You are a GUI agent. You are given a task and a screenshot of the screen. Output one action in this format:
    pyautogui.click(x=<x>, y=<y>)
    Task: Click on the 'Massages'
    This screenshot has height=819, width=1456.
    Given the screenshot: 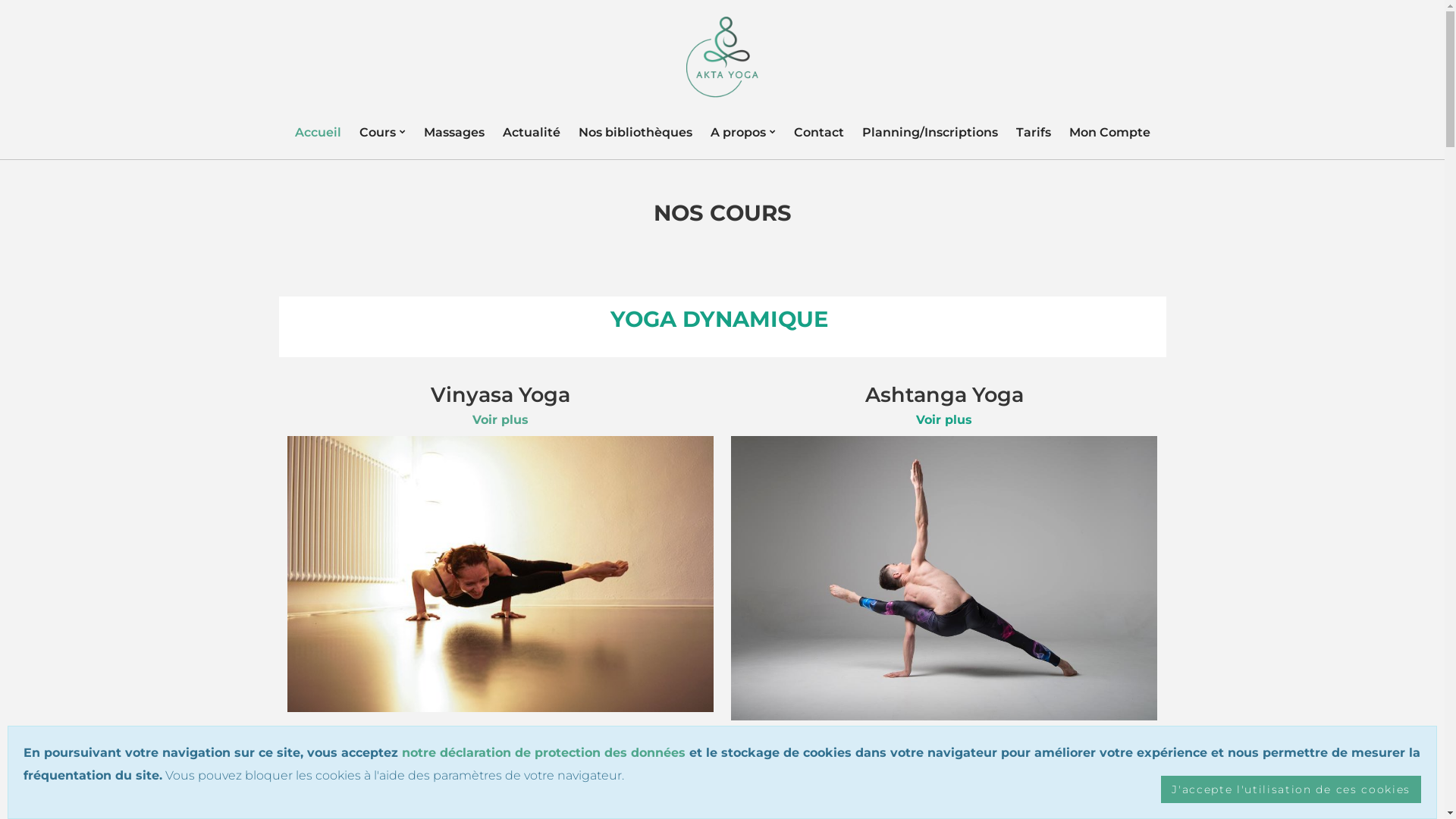 What is the action you would take?
    pyautogui.click(x=415, y=131)
    